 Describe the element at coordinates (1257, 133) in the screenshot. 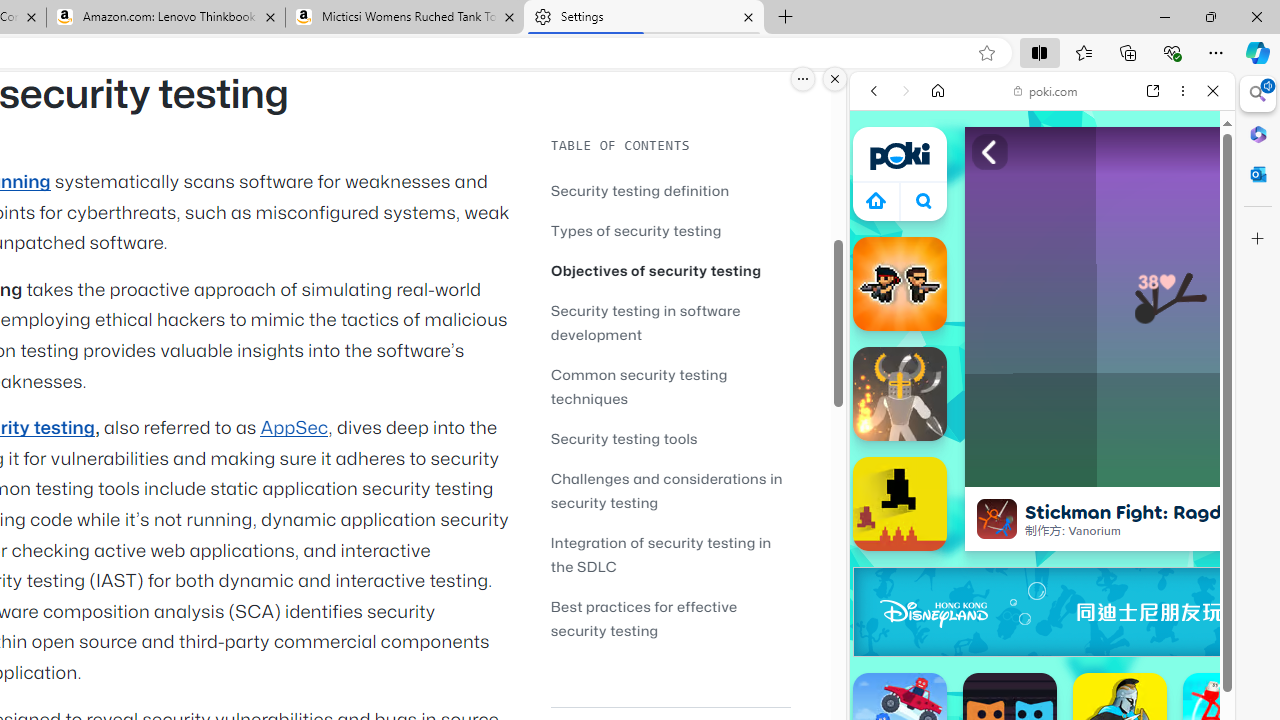

I see `'Microsoft 365'` at that location.